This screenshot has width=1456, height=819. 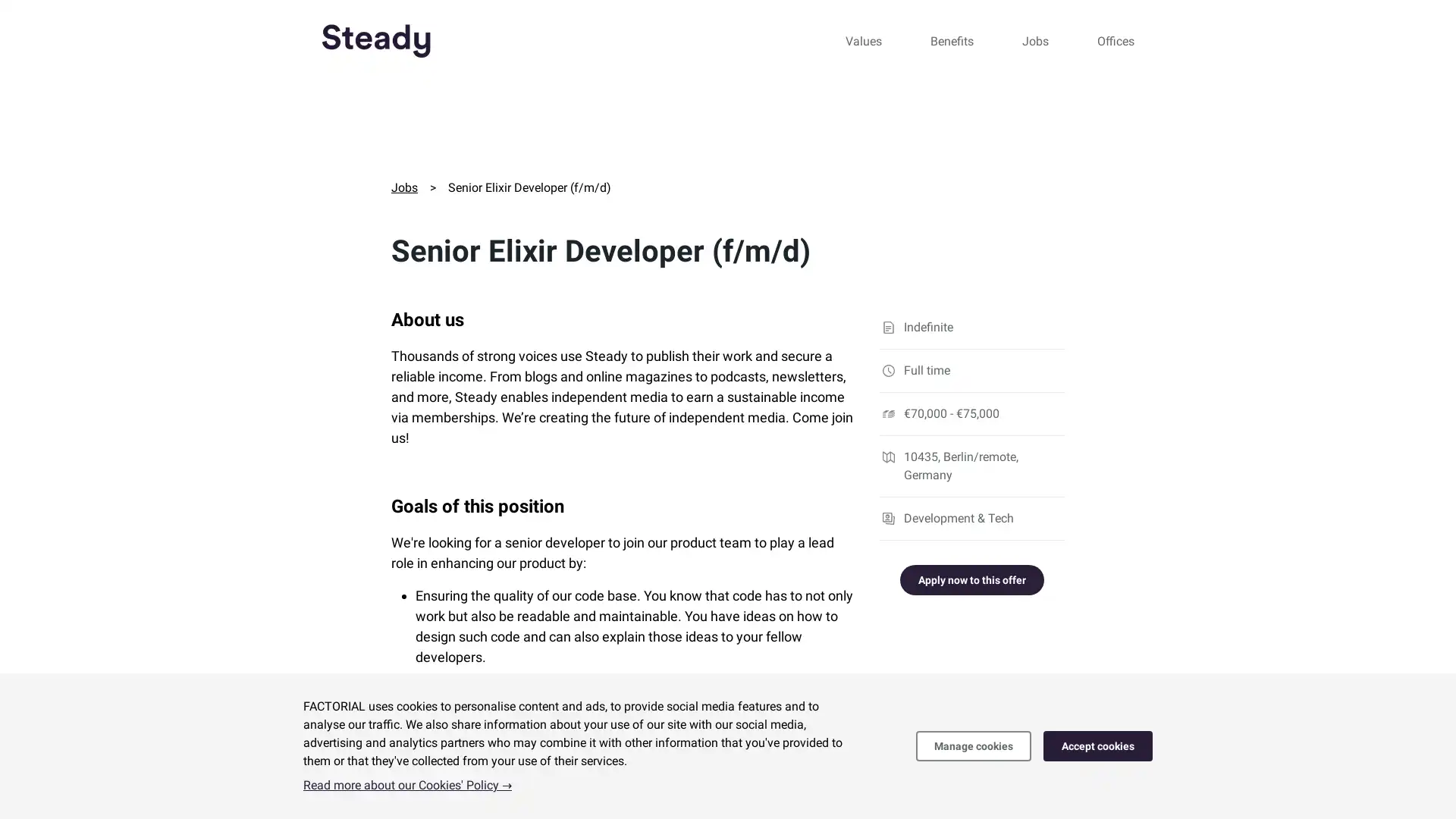 What do you see at coordinates (973, 745) in the screenshot?
I see `Manage cookies` at bounding box center [973, 745].